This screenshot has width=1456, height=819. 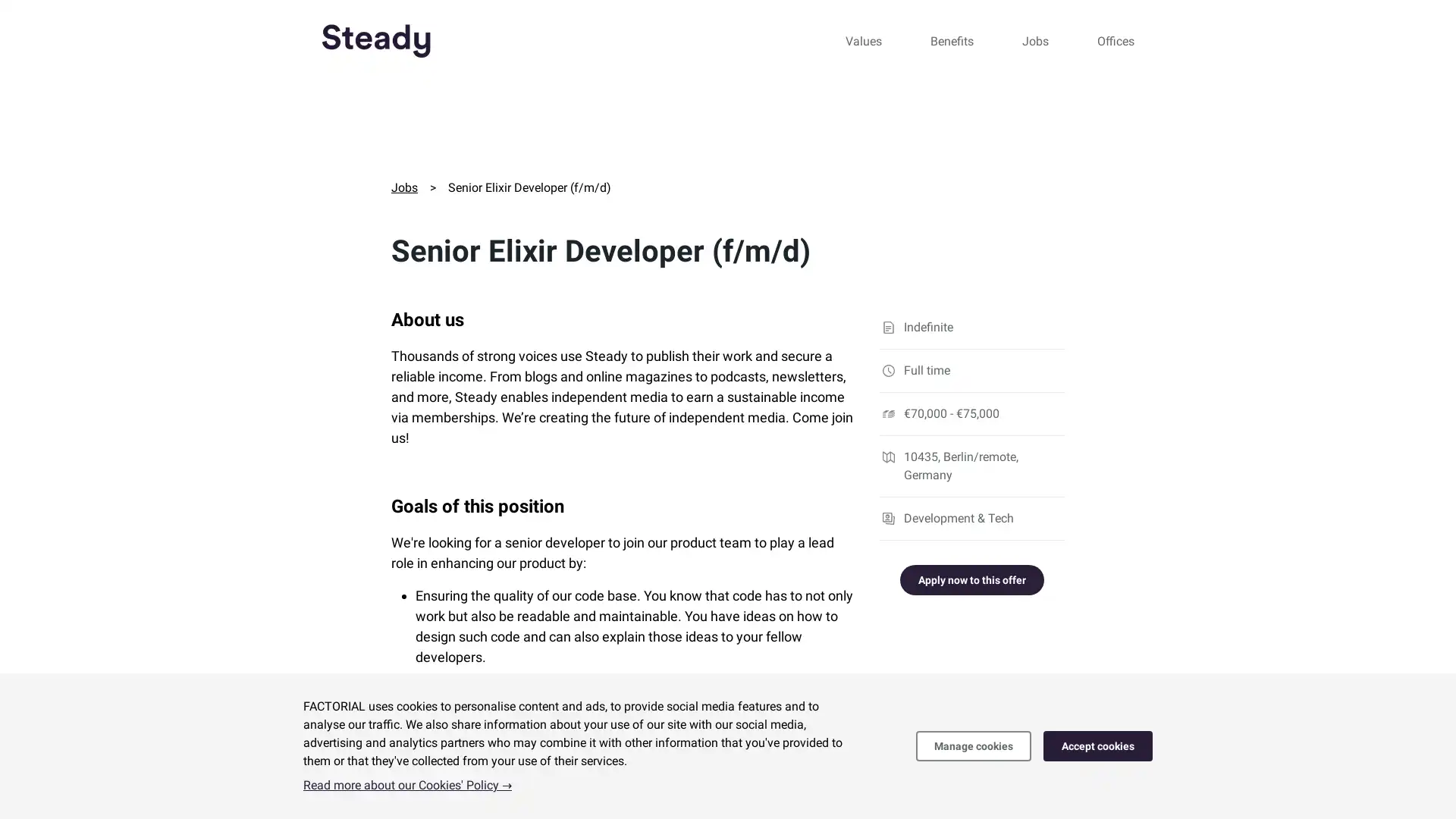 What do you see at coordinates (973, 745) in the screenshot?
I see `Manage cookies` at bounding box center [973, 745].